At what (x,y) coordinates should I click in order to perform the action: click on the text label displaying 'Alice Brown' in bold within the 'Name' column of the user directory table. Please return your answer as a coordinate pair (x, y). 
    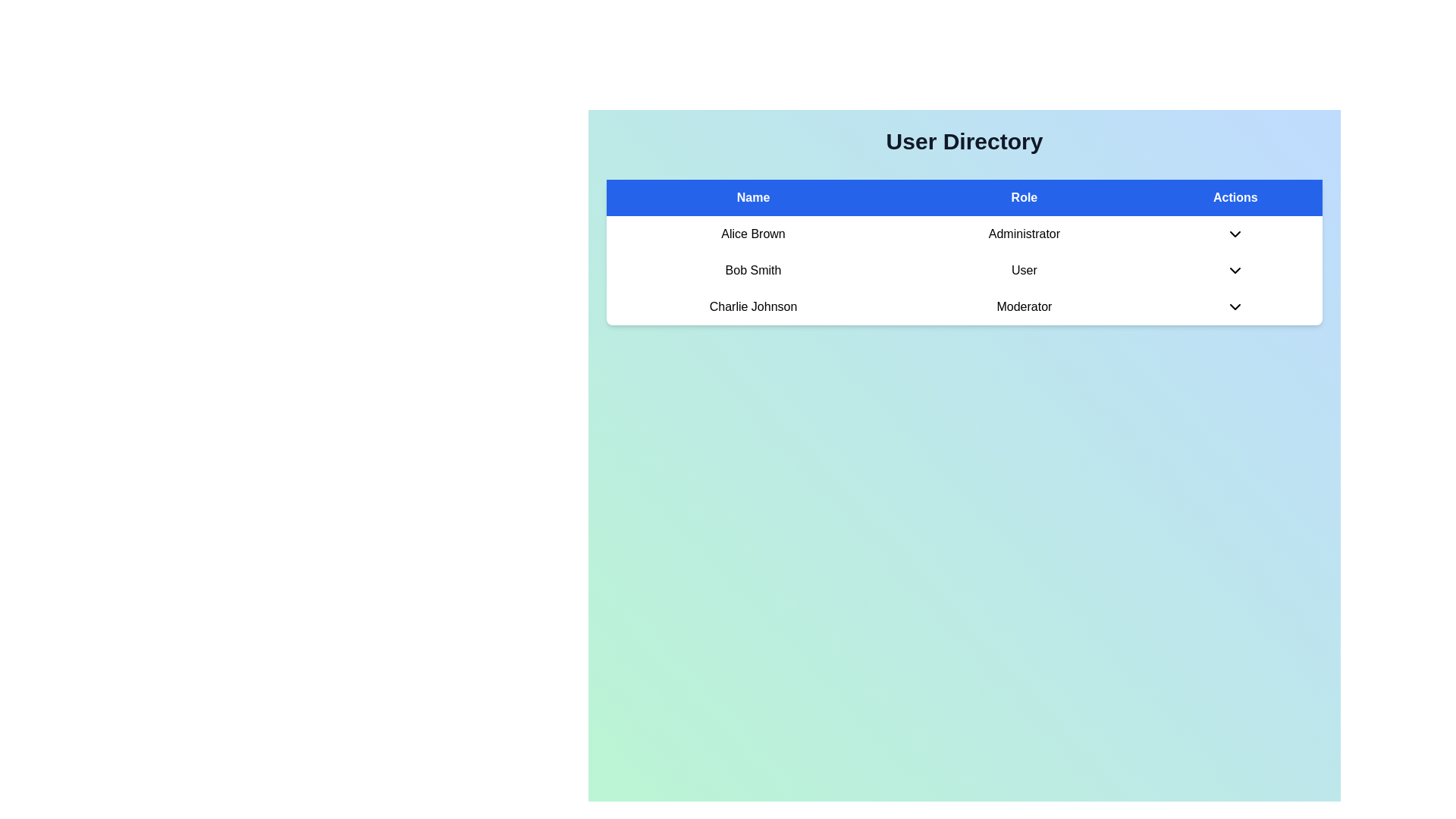
    Looking at the image, I should click on (753, 234).